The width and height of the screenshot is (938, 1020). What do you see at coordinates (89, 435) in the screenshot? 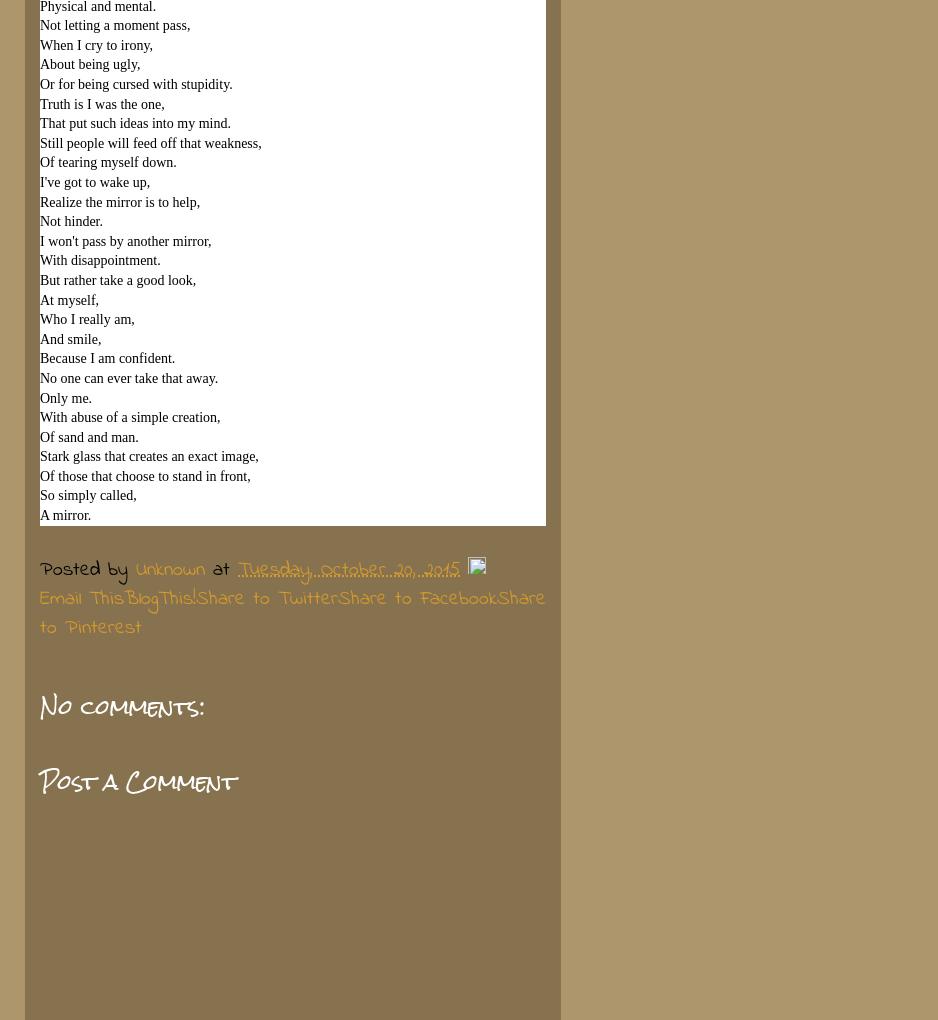
I see `'Of sand and man.'` at bounding box center [89, 435].